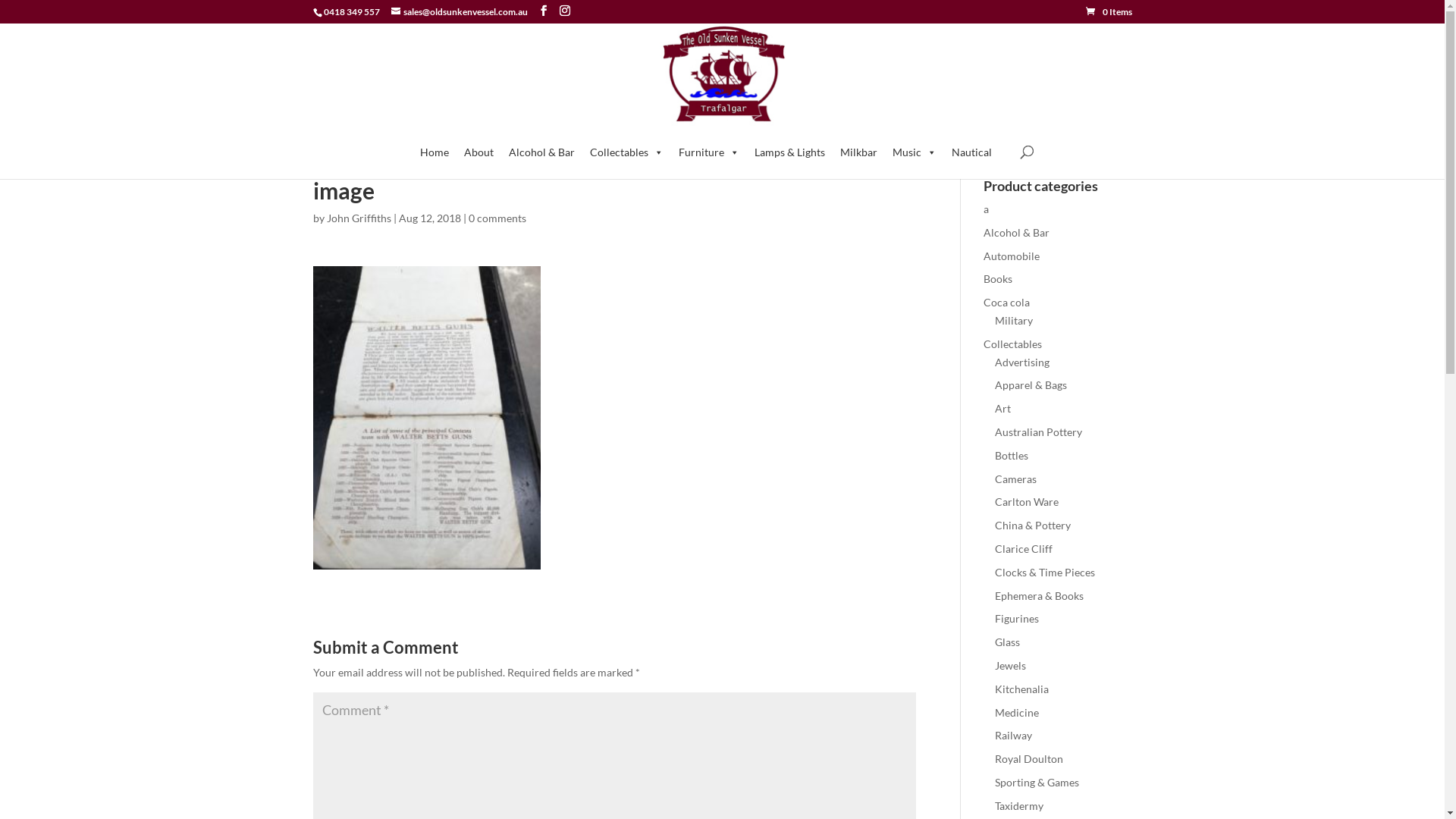  I want to click on 'Cameras', so click(994, 479).